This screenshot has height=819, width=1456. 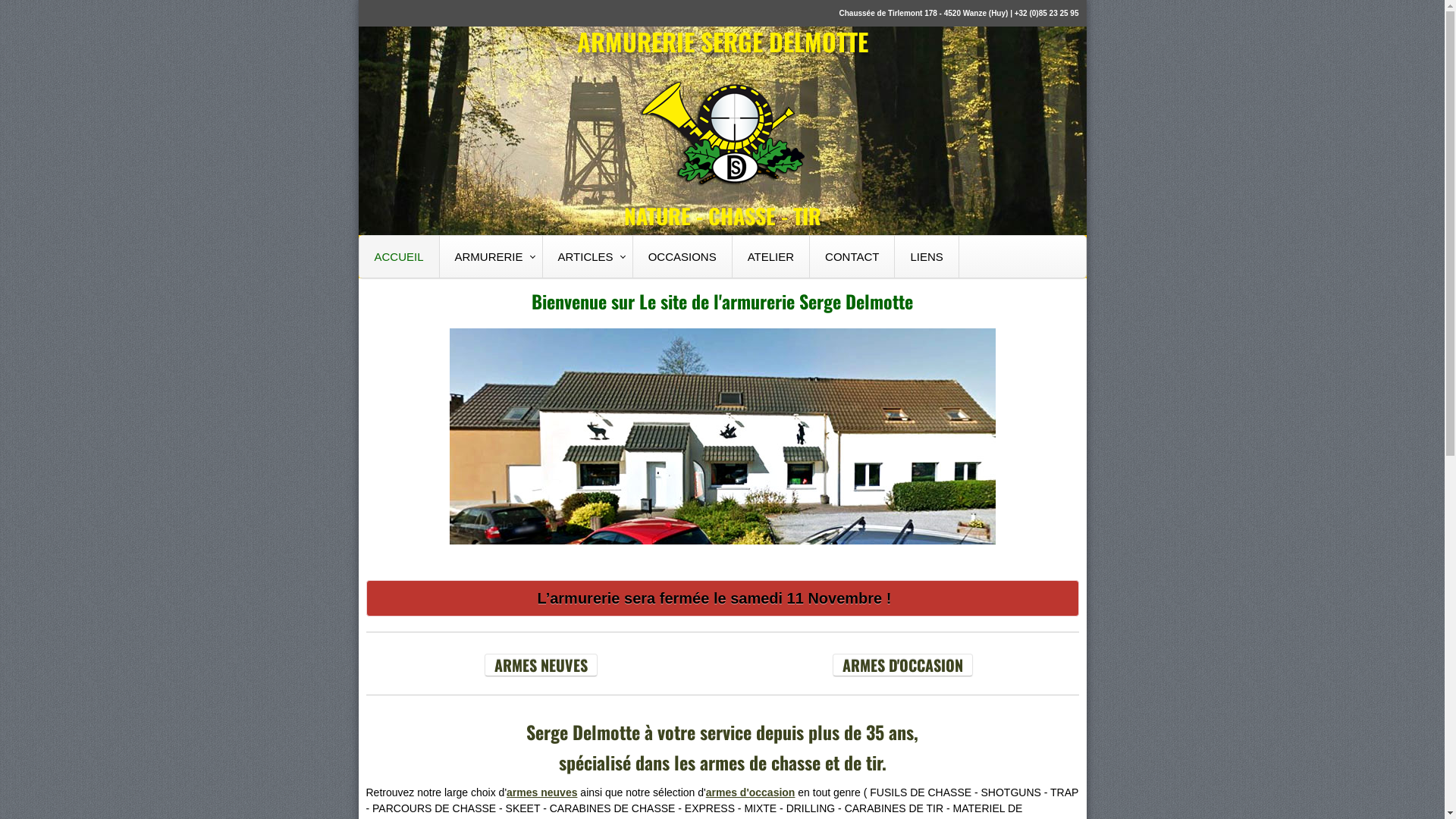 What do you see at coordinates (682, 256) in the screenshot?
I see `'OCCASIONS'` at bounding box center [682, 256].